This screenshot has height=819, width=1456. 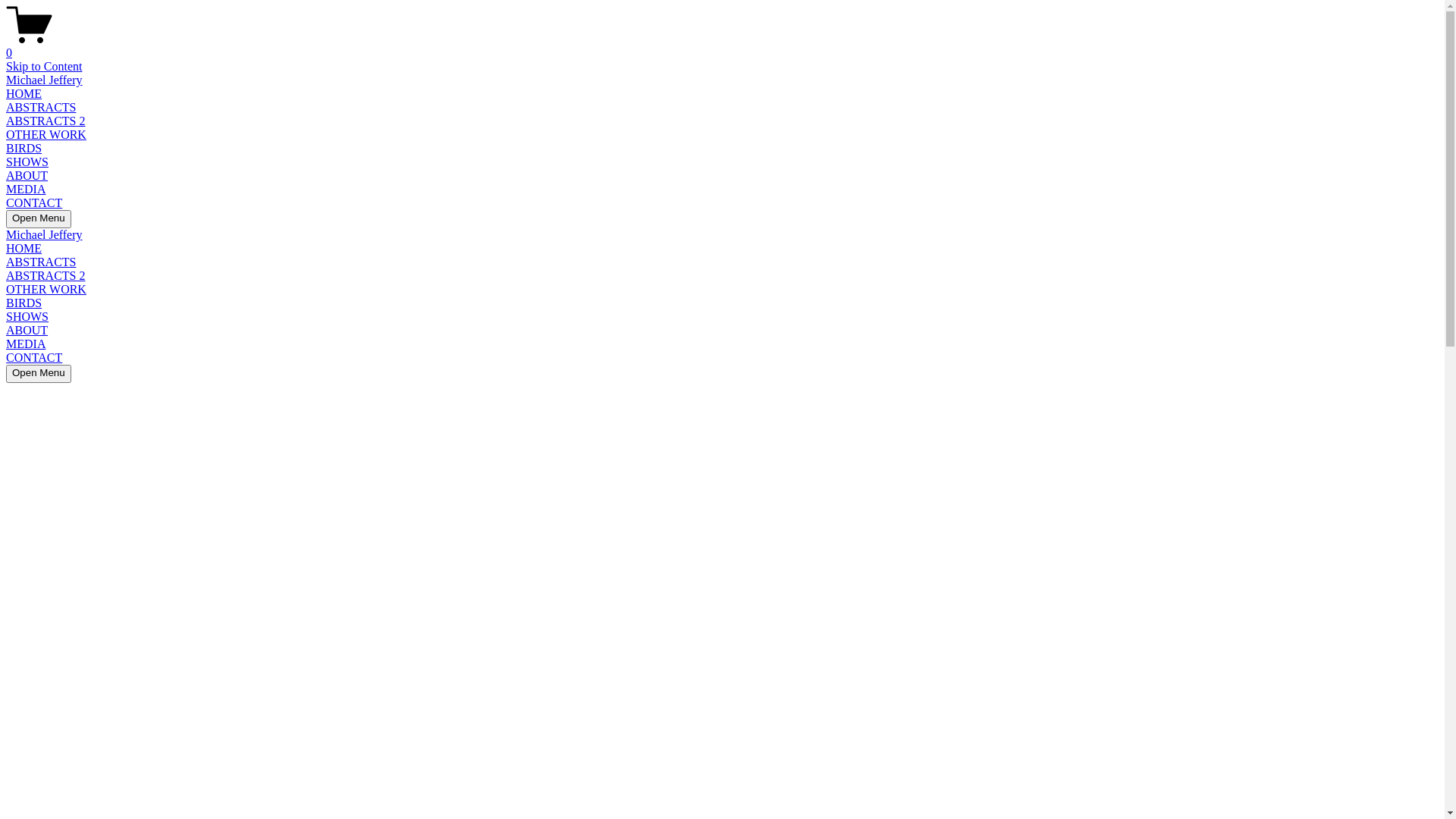 I want to click on 'Skip to Content', so click(x=43, y=65).